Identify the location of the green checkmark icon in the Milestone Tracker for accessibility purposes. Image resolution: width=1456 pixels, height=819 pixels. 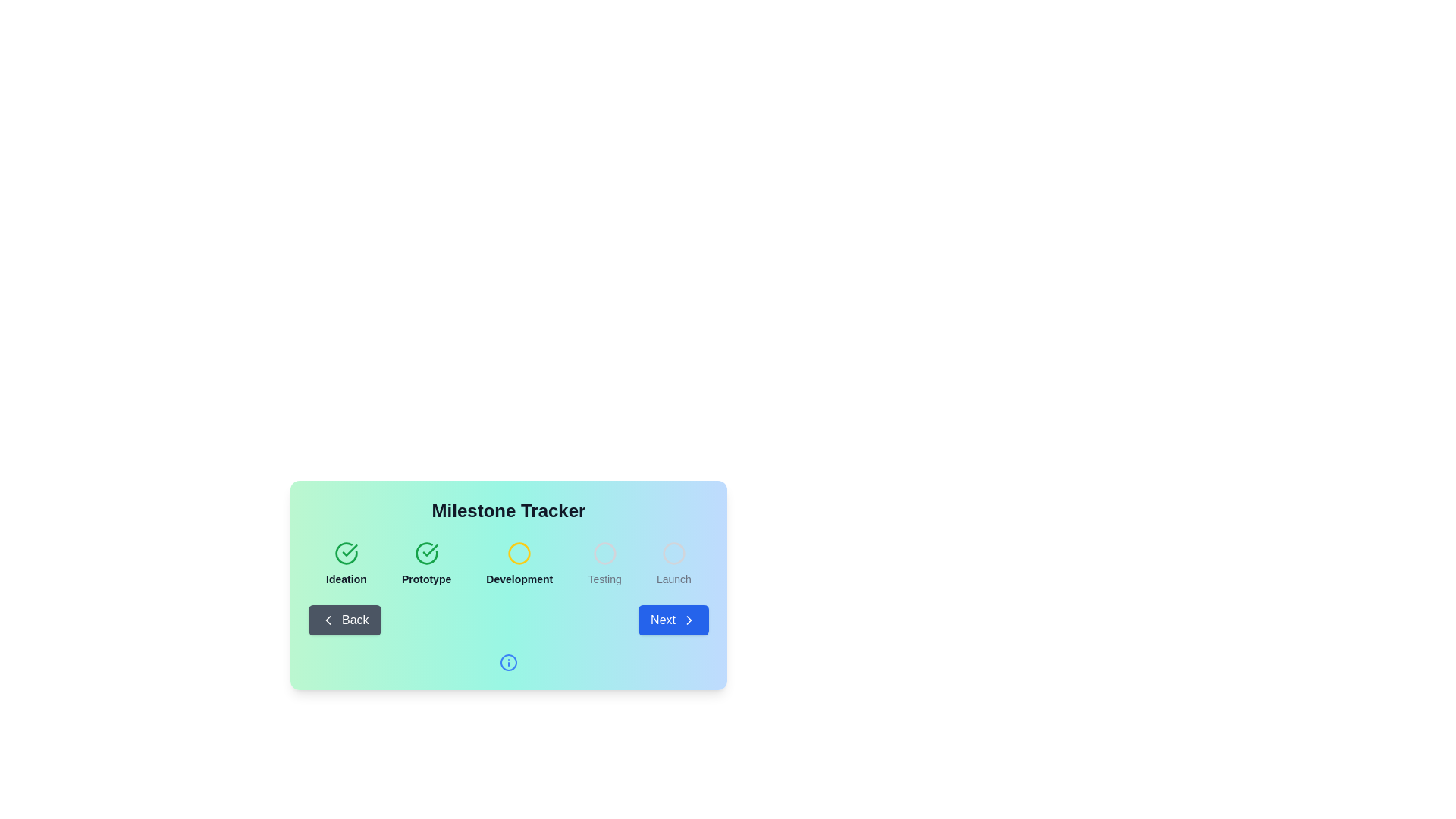
(345, 553).